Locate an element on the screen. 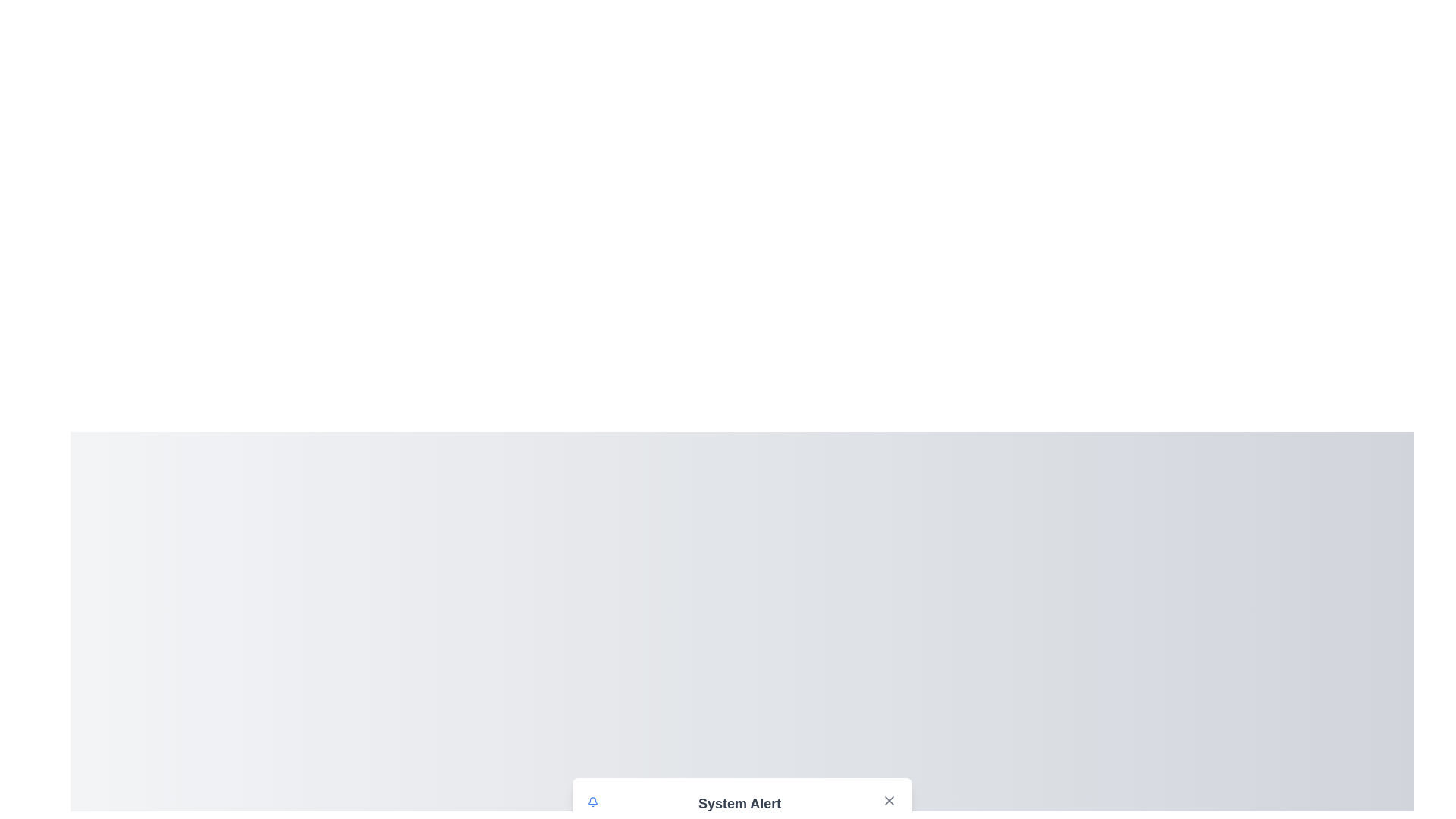 This screenshot has height=819, width=1456. the bell-shaped icon element with a blue tint located at the bottom-center of the interface, next to the text 'System Alert' is located at coordinates (591, 800).